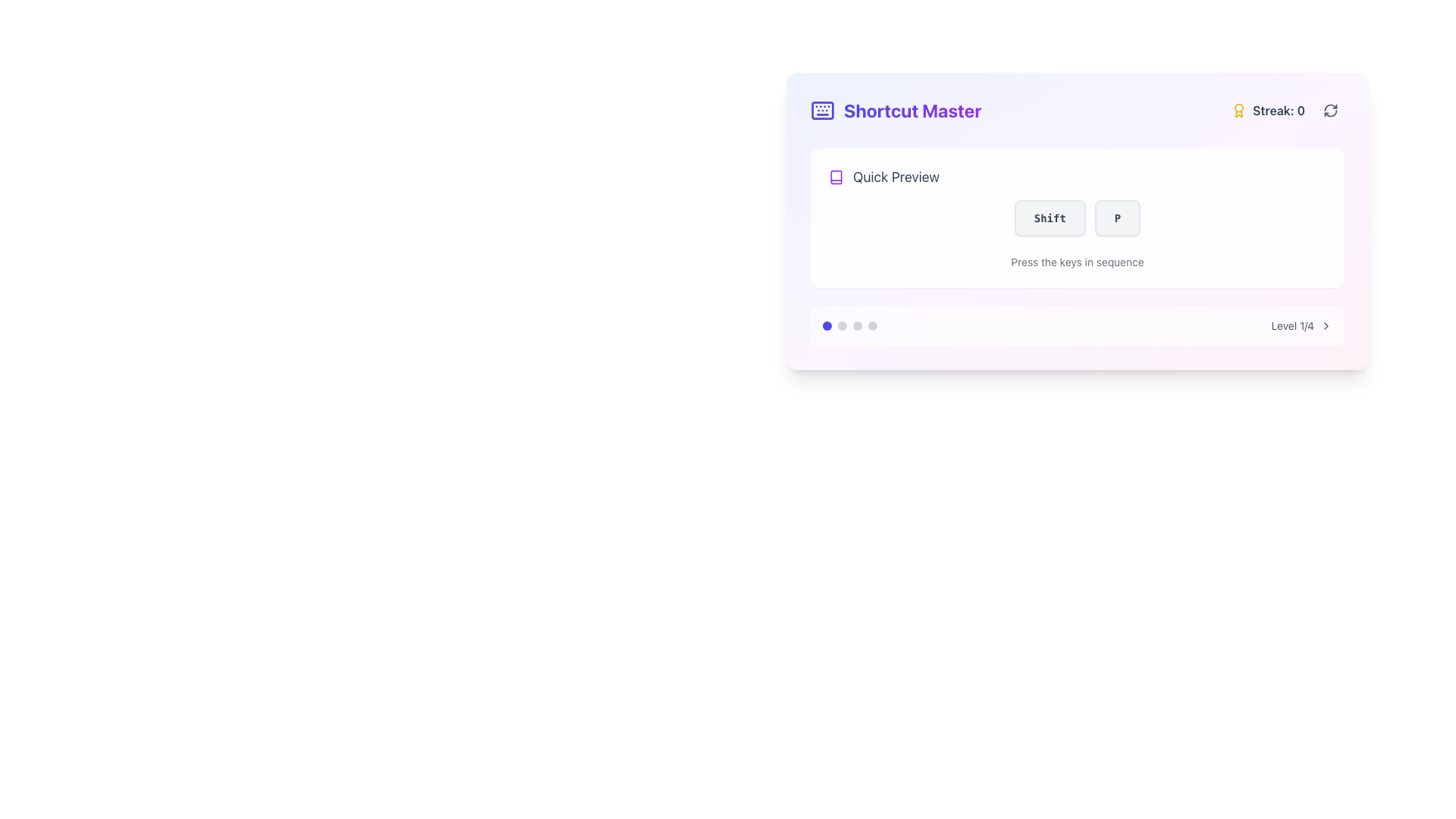 This screenshot has height=819, width=1456. I want to click on centrally located key component of the keyboard icon within the SVG for development purposes, so click(821, 110).